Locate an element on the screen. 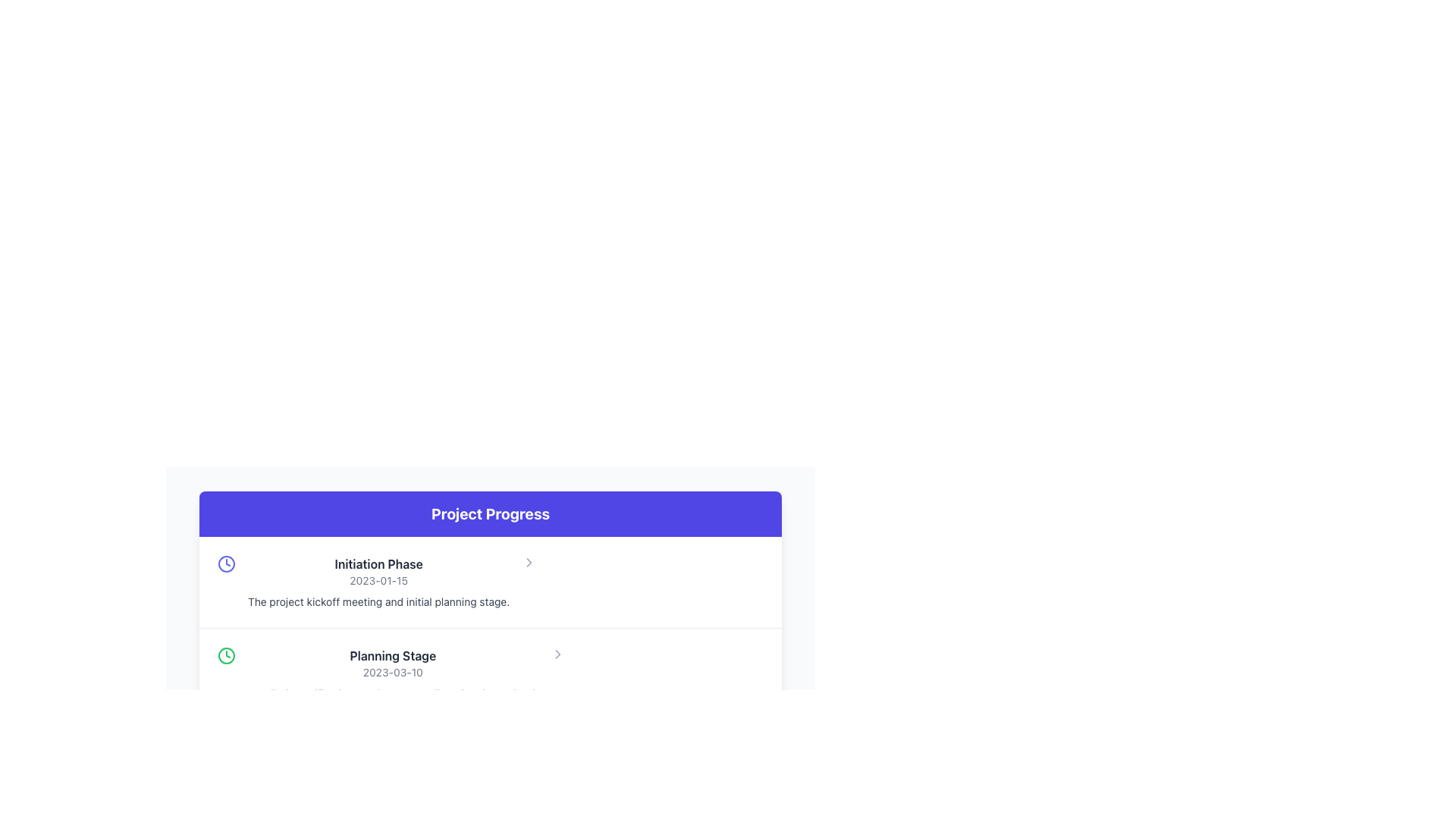  the indigo clock icon located near the left edge of the row containing 'Initiation Phase' and '2023-01-15' in the 'Project Progress' section is located at coordinates (225, 564).